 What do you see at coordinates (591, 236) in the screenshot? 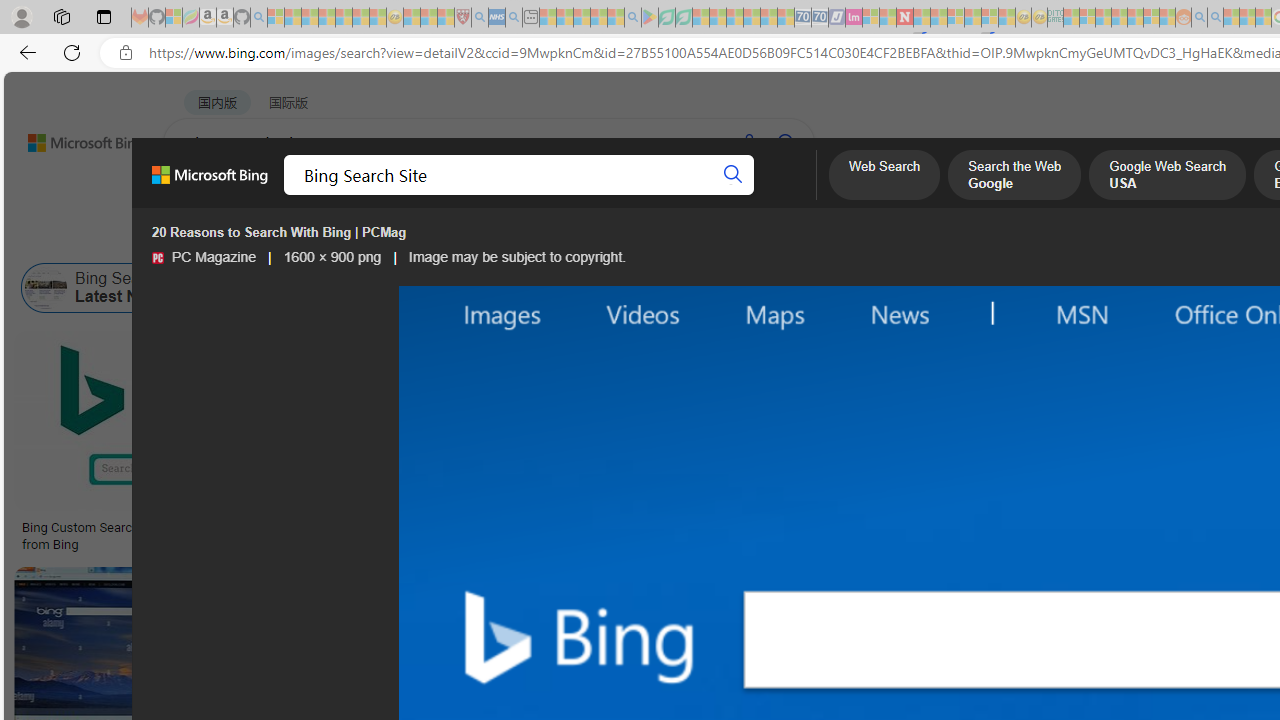
I see `'Date'` at bounding box center [591, 236].